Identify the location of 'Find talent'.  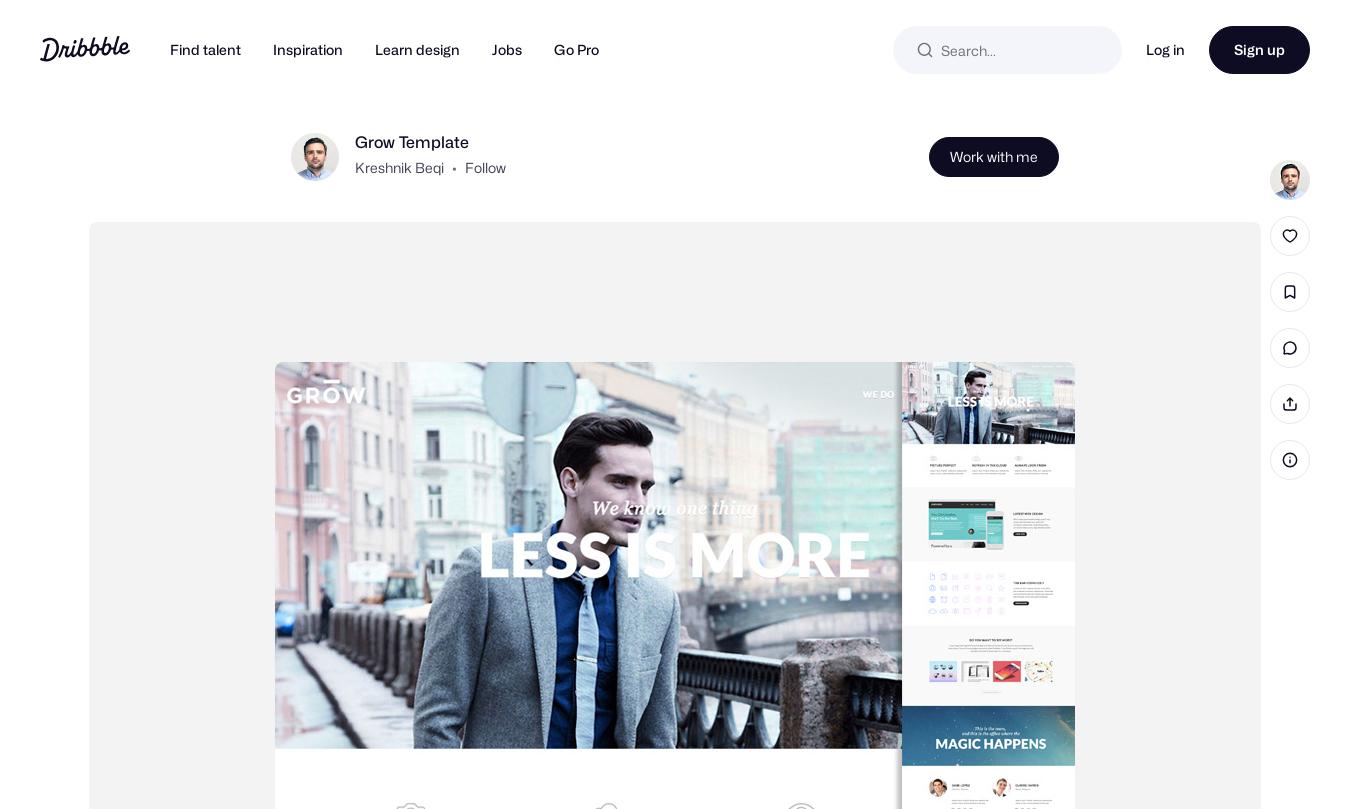
(205, 49).